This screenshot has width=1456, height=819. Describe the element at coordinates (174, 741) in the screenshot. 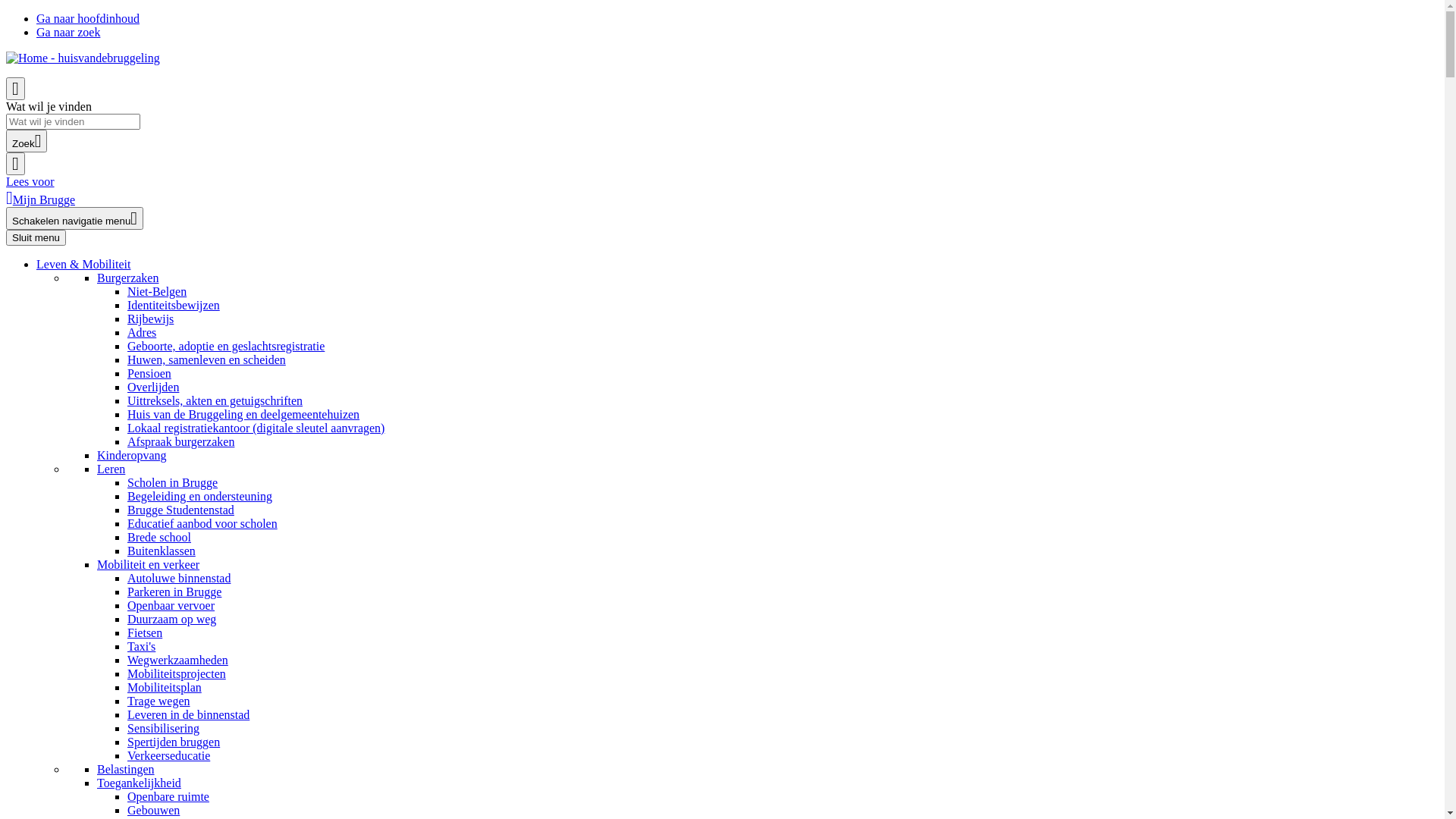

I see `'Spertijden bruggen'` at that location.